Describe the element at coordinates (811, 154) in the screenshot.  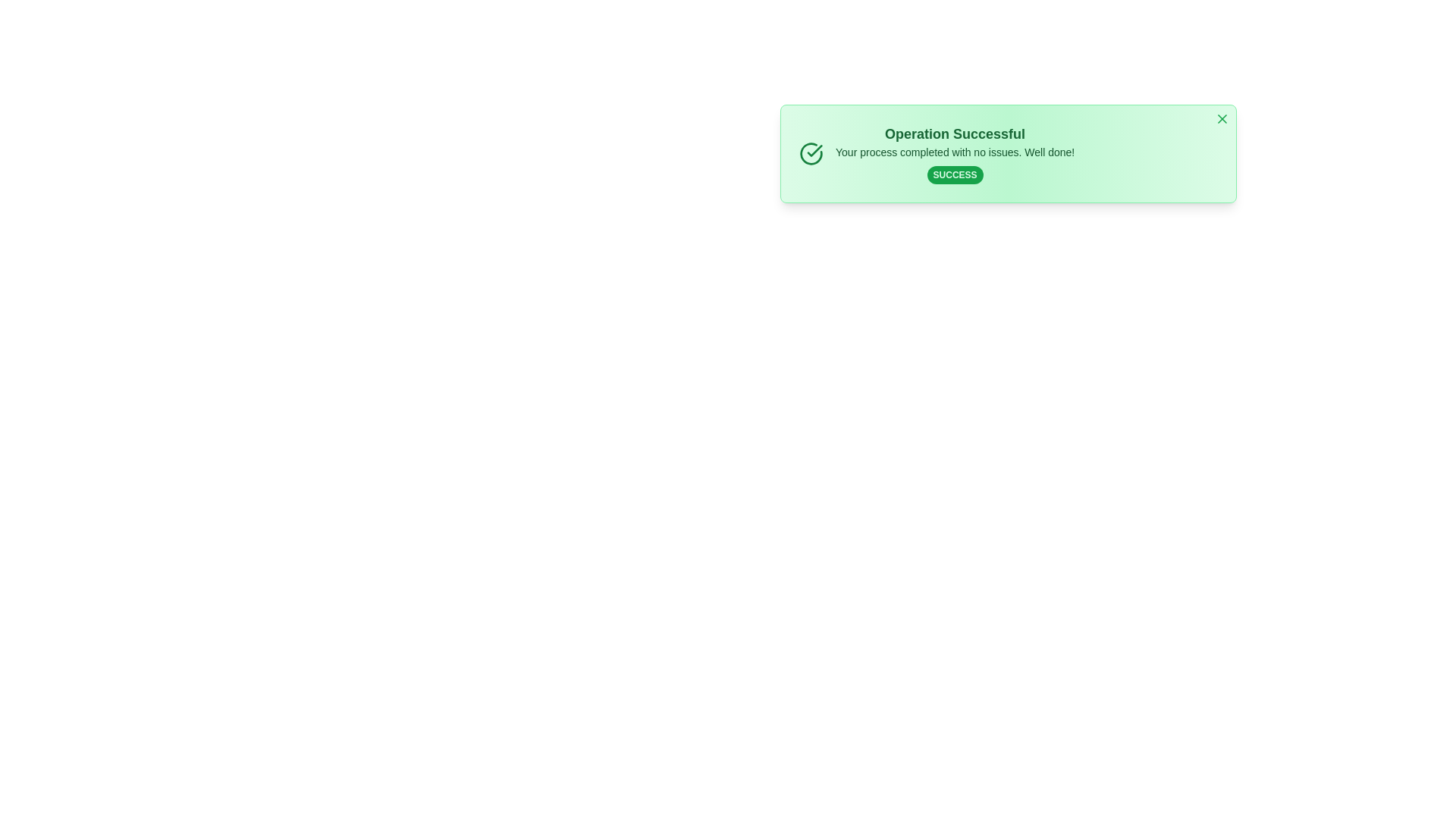
I see `the 'CheckCircle' icon` at that location.